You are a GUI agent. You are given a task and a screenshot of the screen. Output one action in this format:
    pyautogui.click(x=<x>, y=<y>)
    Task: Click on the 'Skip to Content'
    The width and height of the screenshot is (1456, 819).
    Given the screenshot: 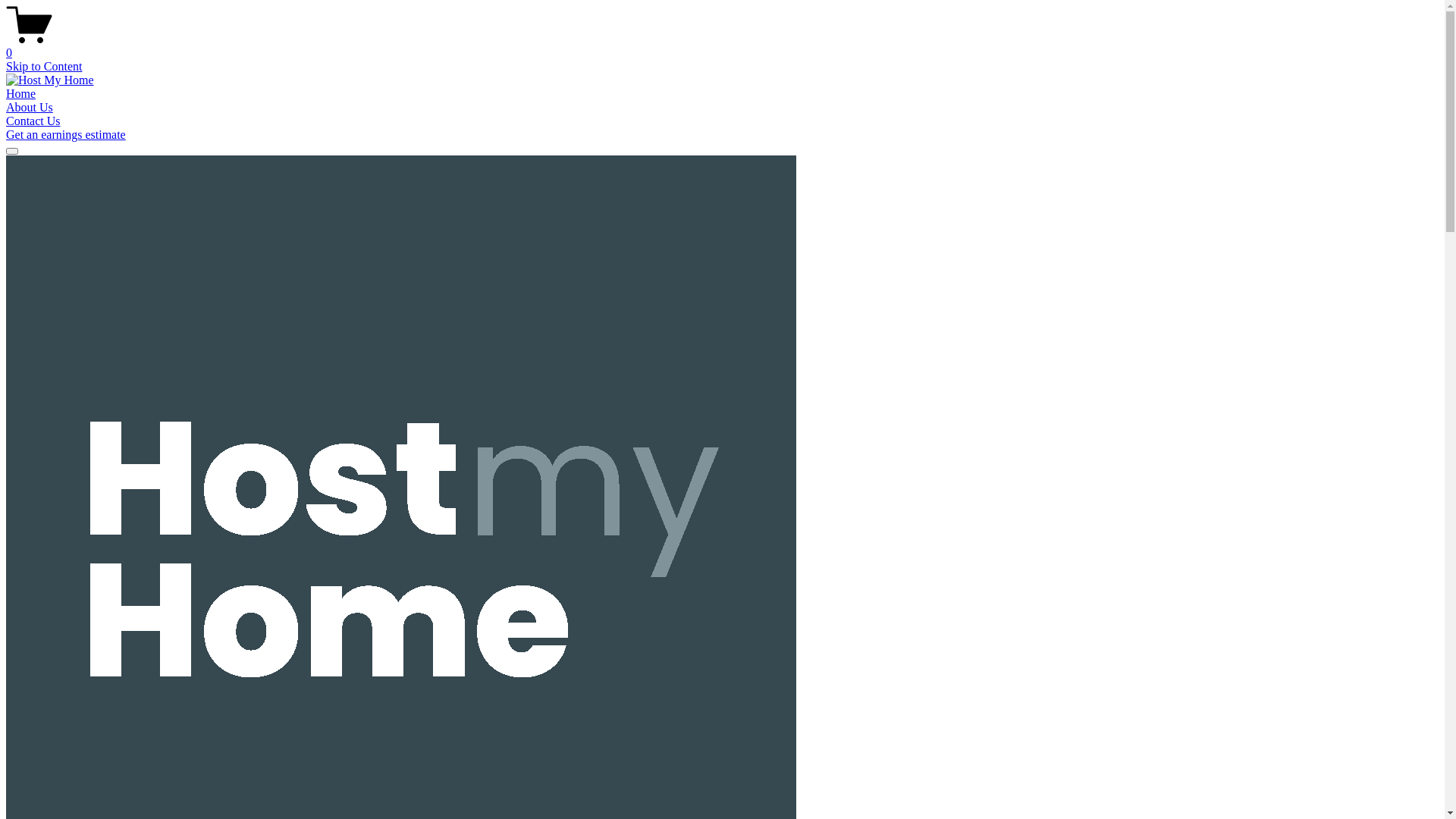 What is the action you would take?
    pyautogui.click(x=6, y=65)
    